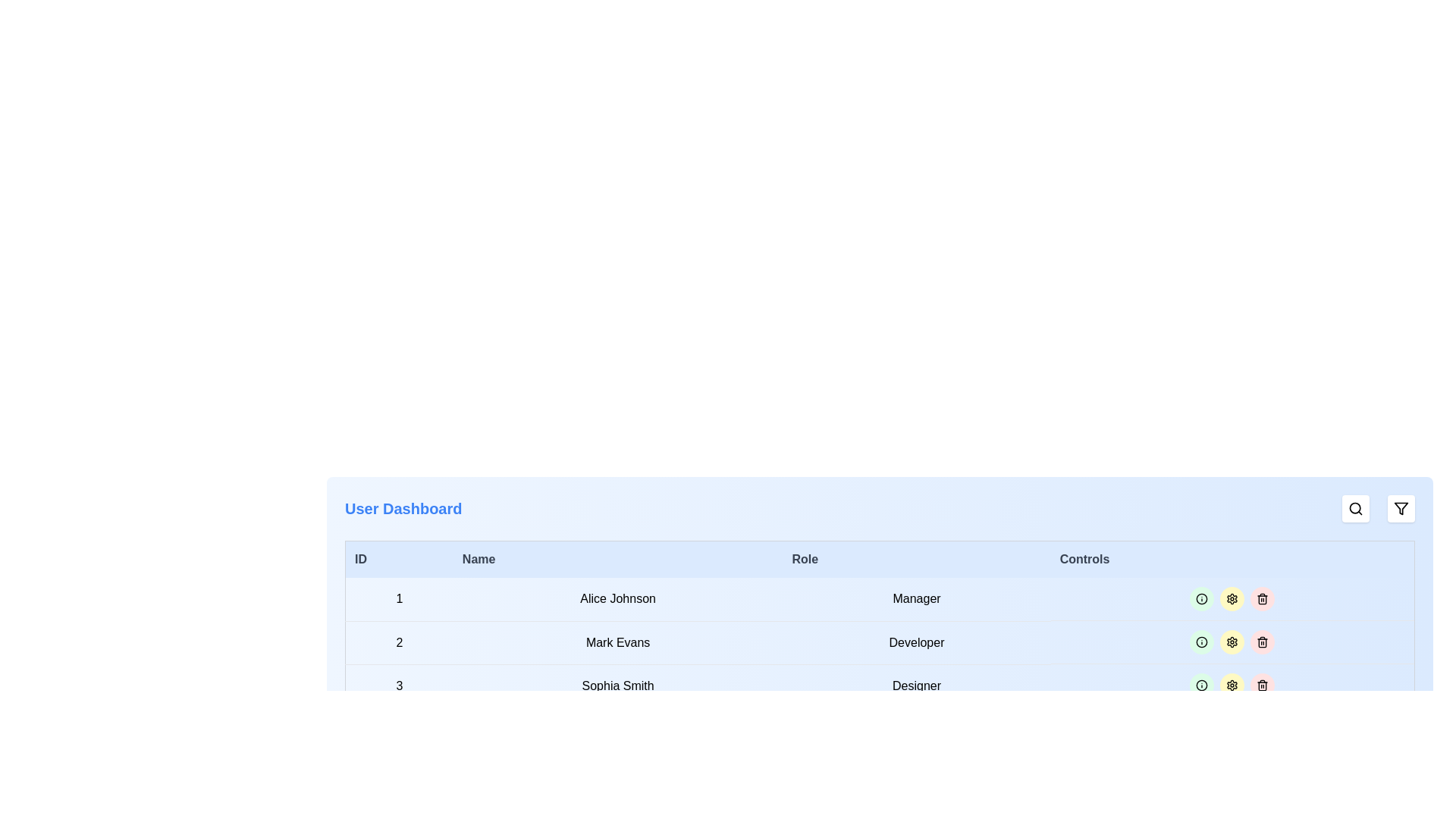  Describe the element at coordinates (880, 686) in the screenshot. I see `to select the third row` at that location.